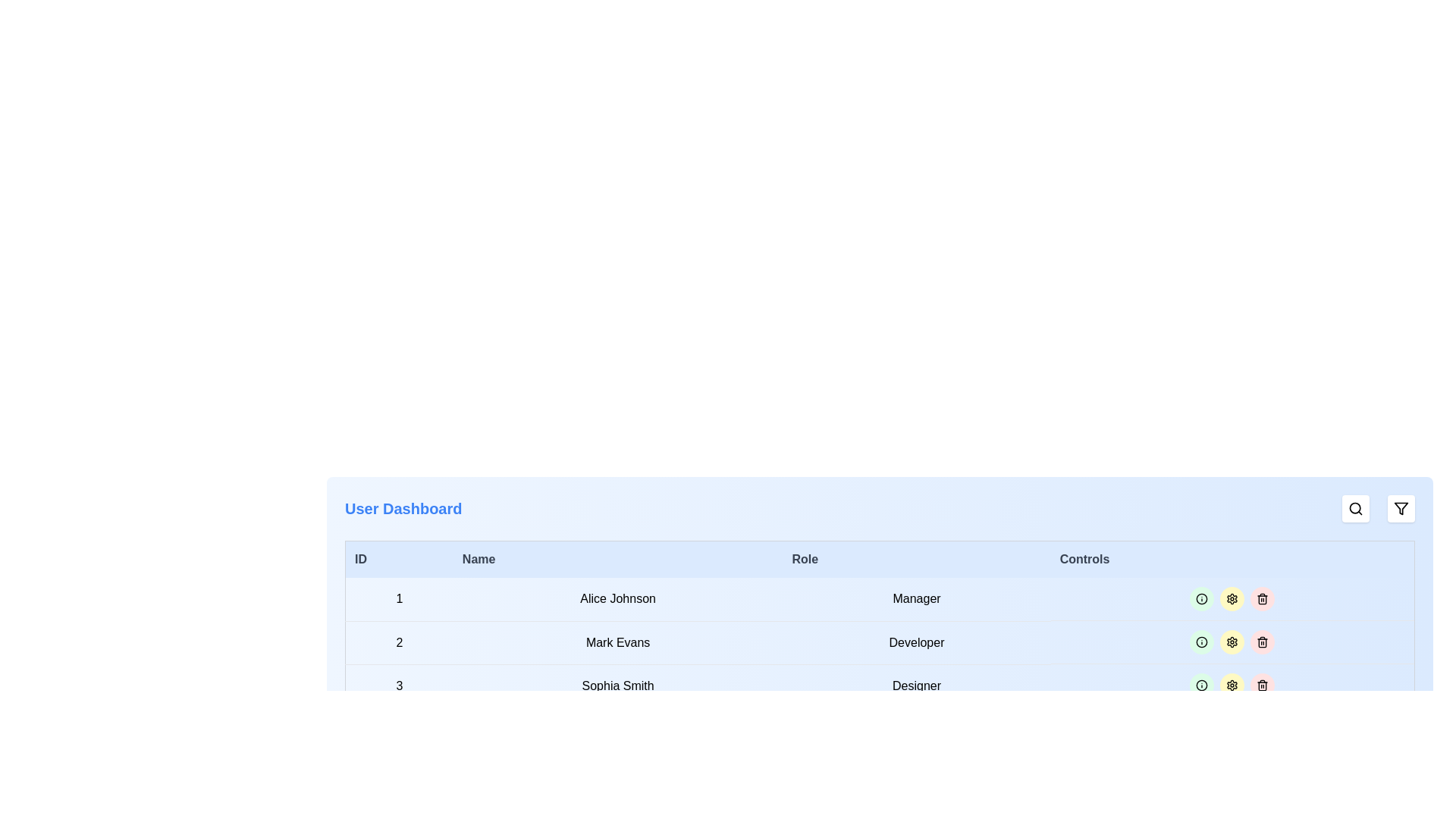  Describe the element at coordinates (880, 686) in the screenshot. I see `to select the third row` at that location.